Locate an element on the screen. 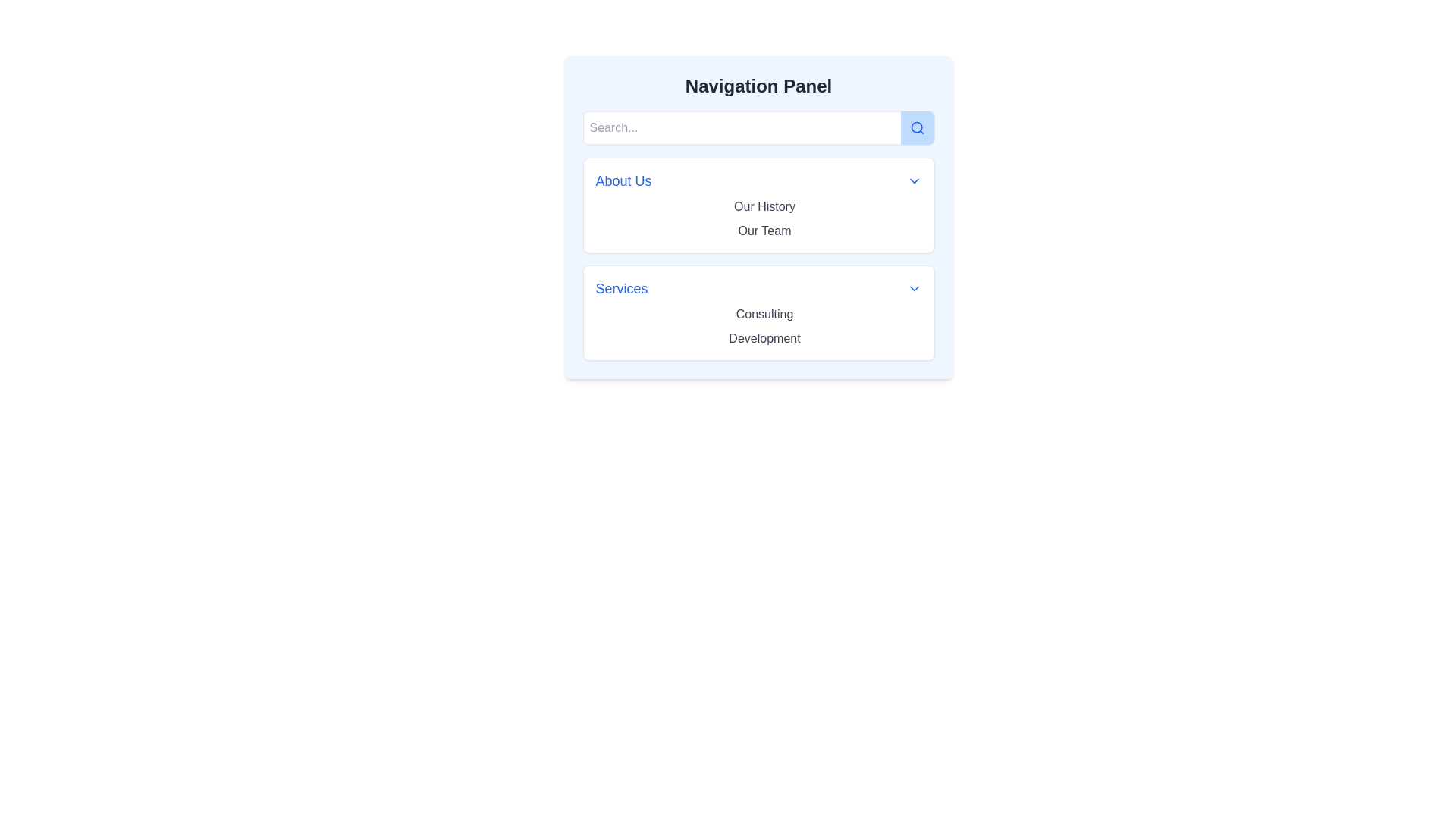 This screenshot has width=1456, height=819. the downward-pointing chevron icon located at the far right of the 'About Us' navigation entry is located at coordinates (913, 180).